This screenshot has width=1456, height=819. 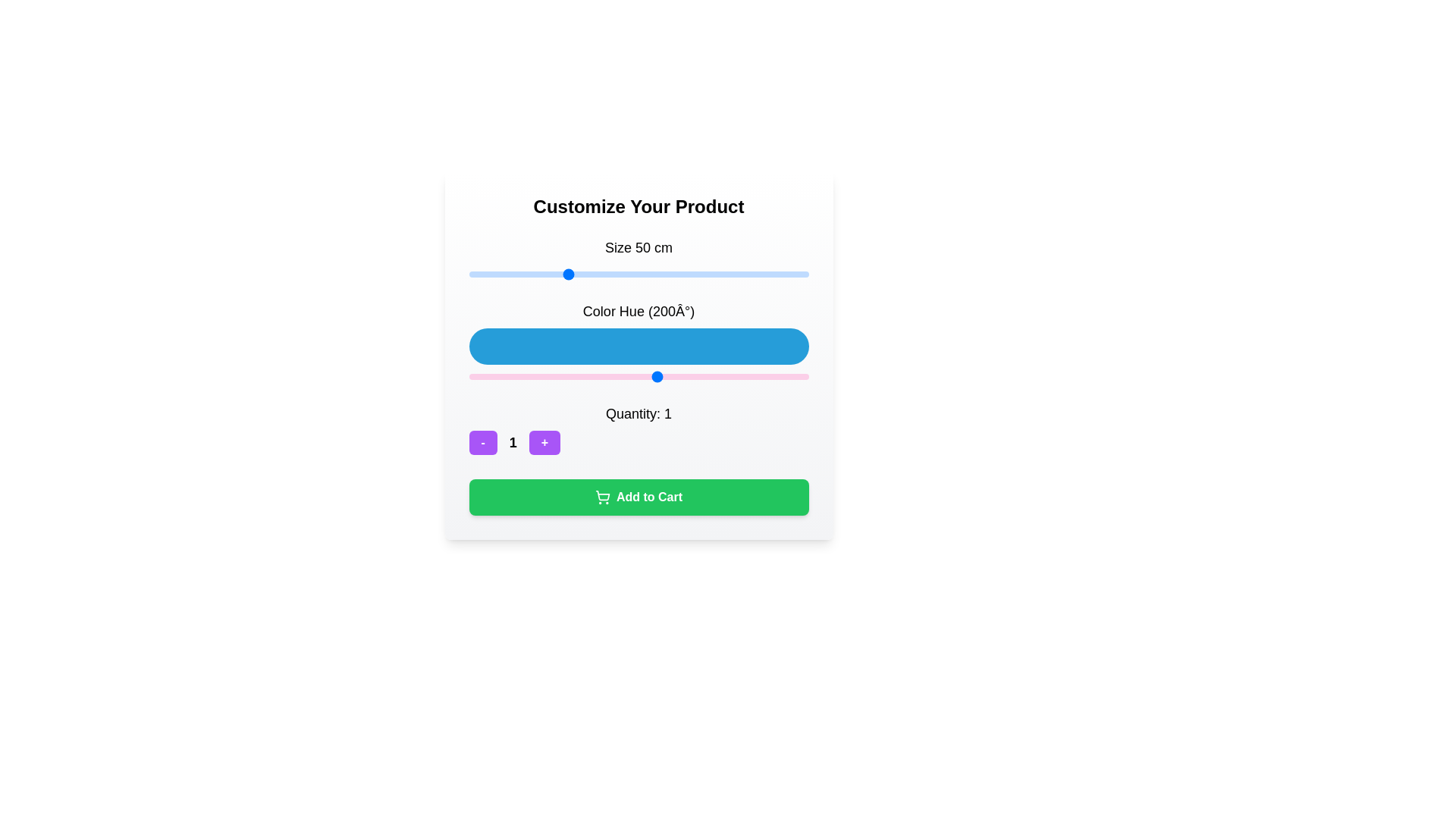 What do you see at coordinates (639, 275) in the screenshot?
I see `the track of the horizontal slider located beneath the text 'Size 50 cm' to adjust the size` at bounding box center [639, 275].